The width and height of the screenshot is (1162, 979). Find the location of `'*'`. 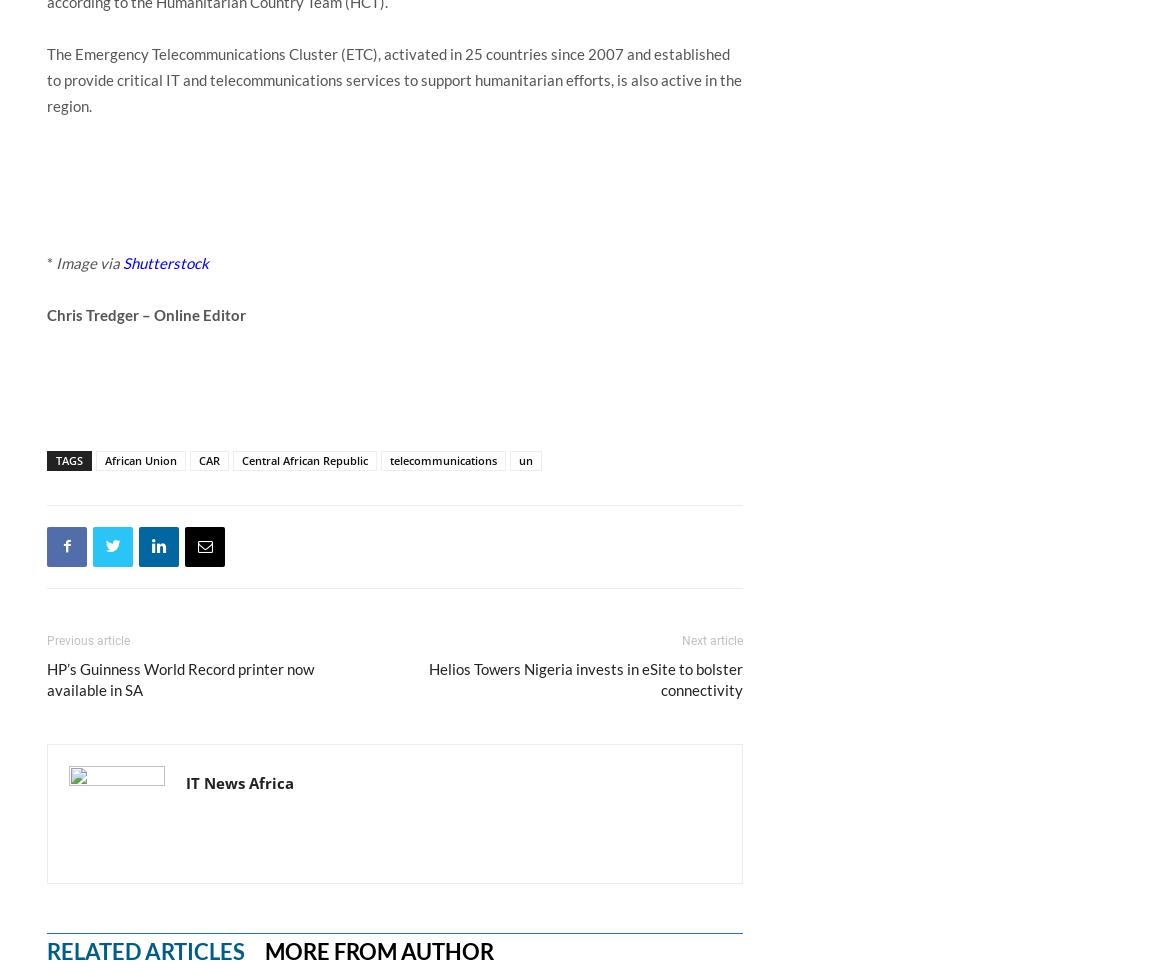

'*' is located at coordinates (50, 261).